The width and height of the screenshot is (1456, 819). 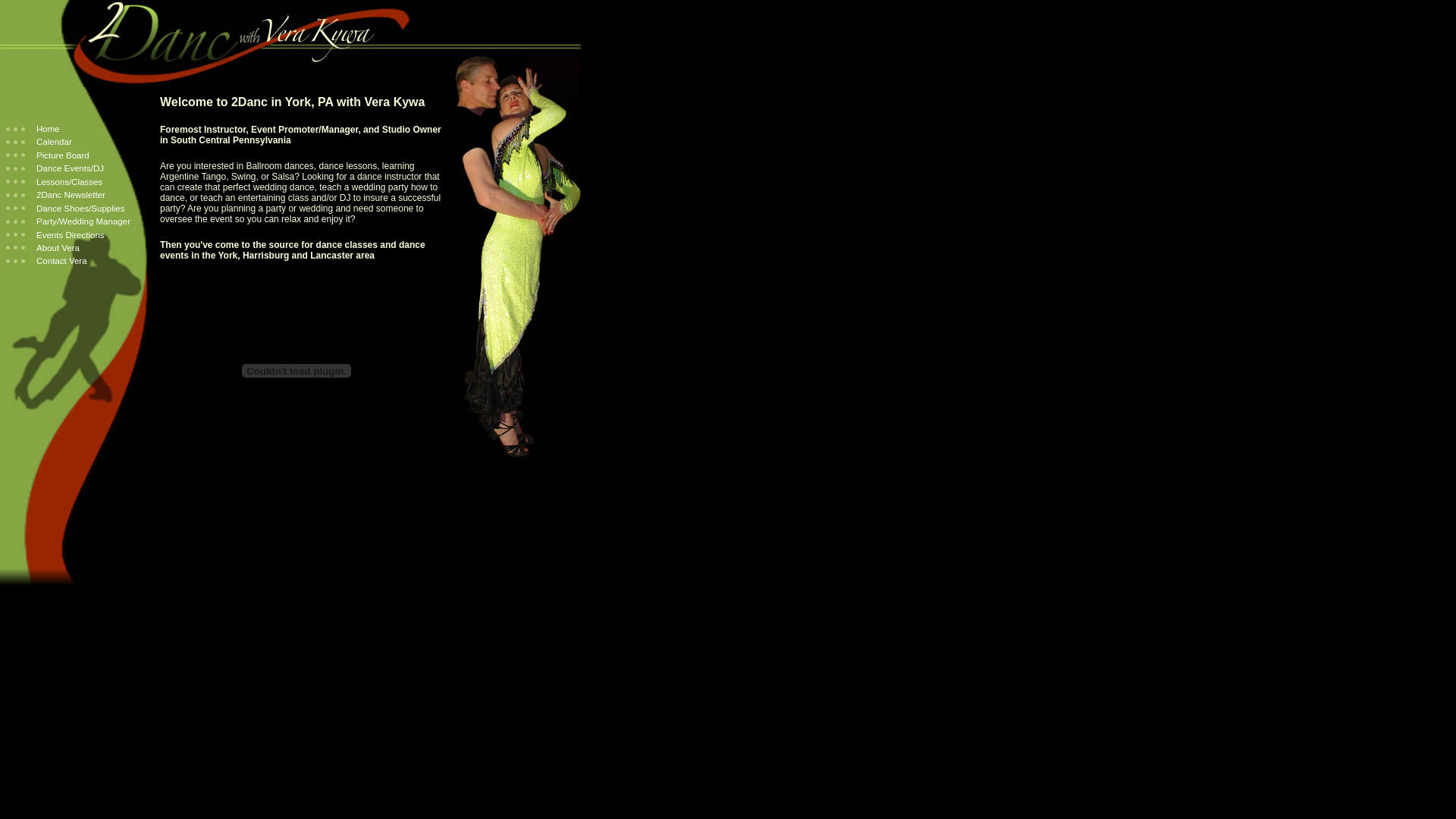 What do you see at coordinates (64, 208) in the screenshot?
I see `'Dance Shoes/Supplies'` at bounding box center [64, 208].